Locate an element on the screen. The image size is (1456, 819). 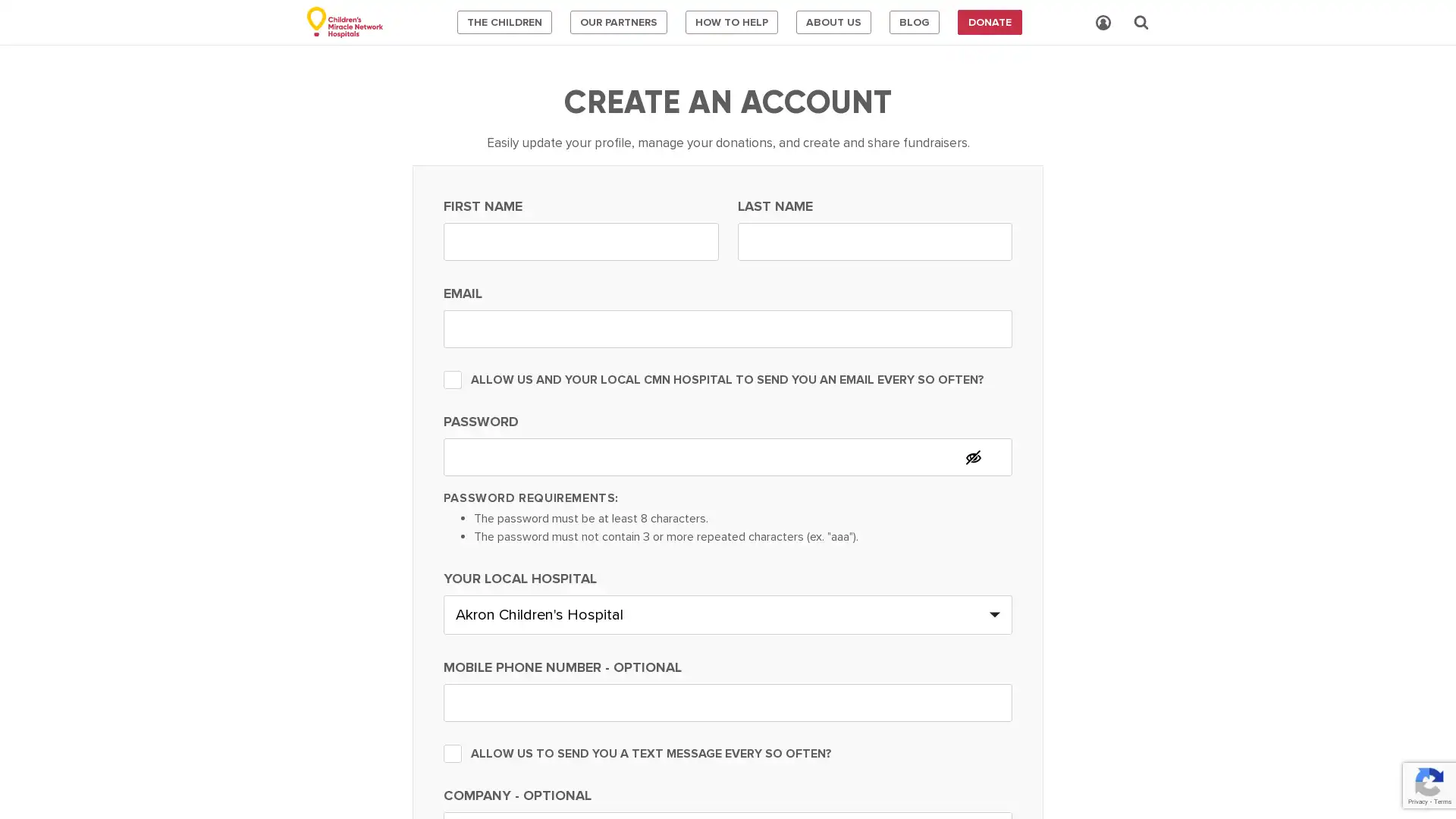
Hide password is located at coordinates (974, 456).